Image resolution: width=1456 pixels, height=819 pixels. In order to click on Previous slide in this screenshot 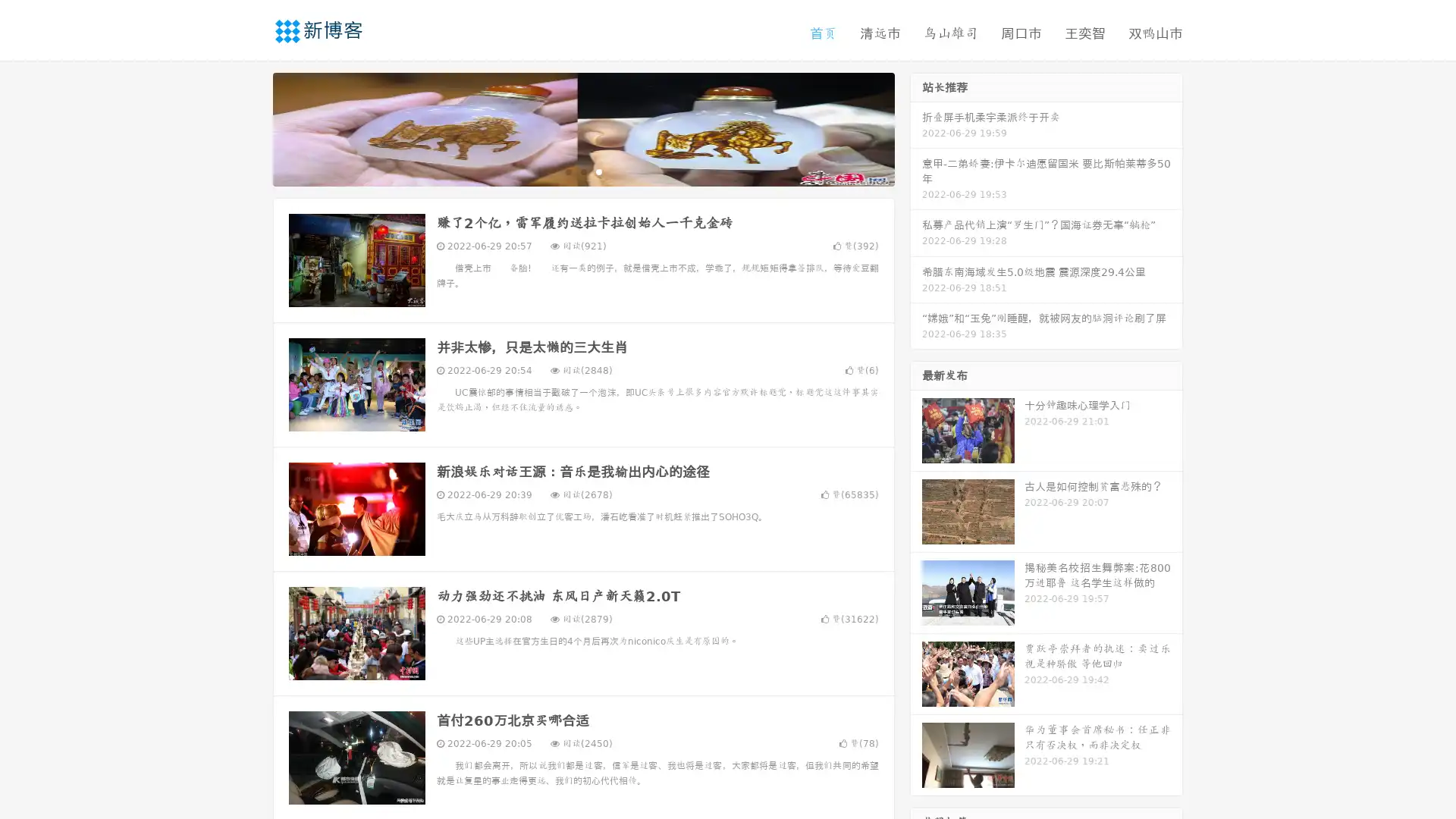, I will do `click(250, 127)`.